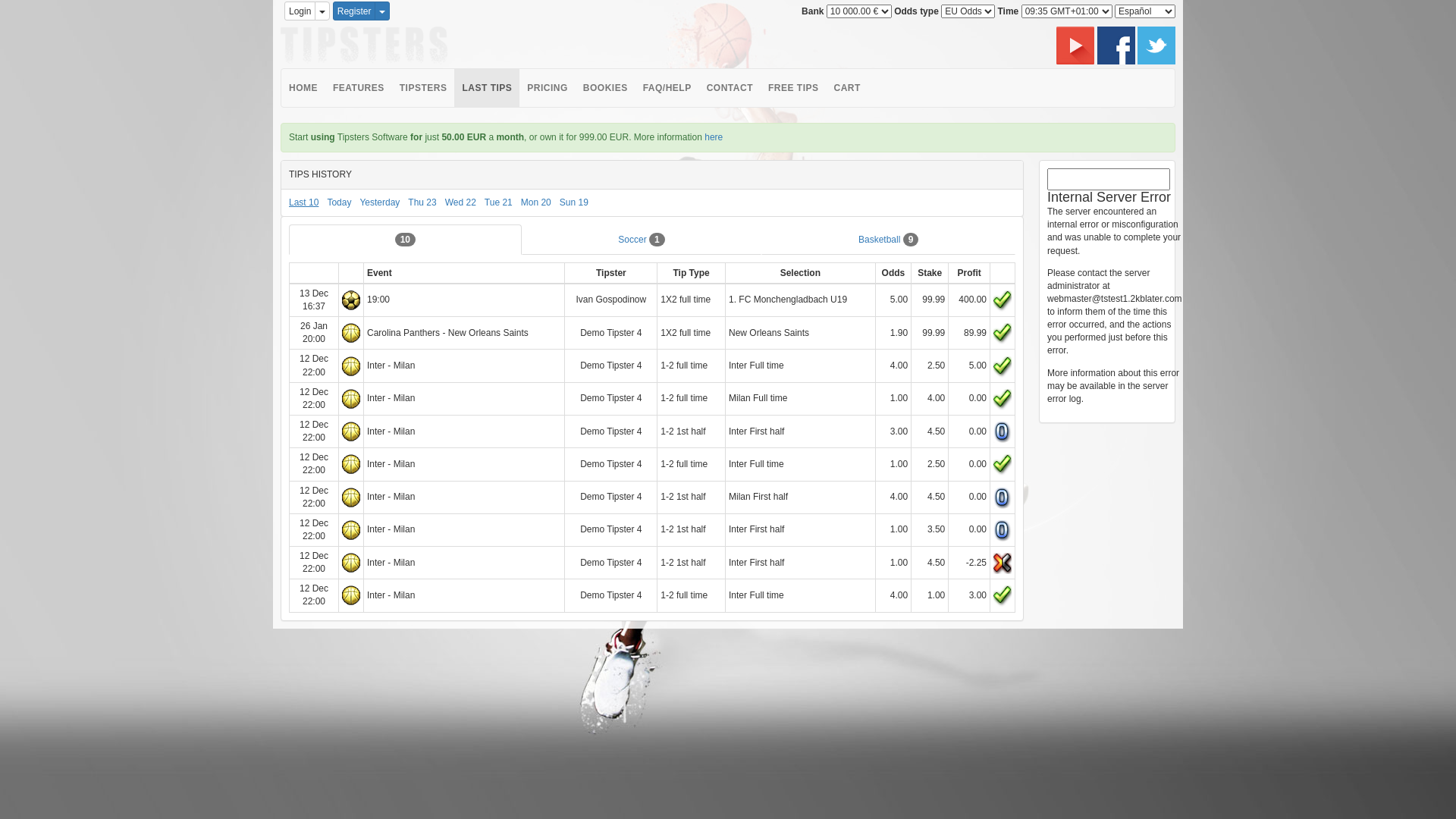 This screenshot has height=819, width=1456. I want to click on 'Toggle Dropdown', so click(322, 11).